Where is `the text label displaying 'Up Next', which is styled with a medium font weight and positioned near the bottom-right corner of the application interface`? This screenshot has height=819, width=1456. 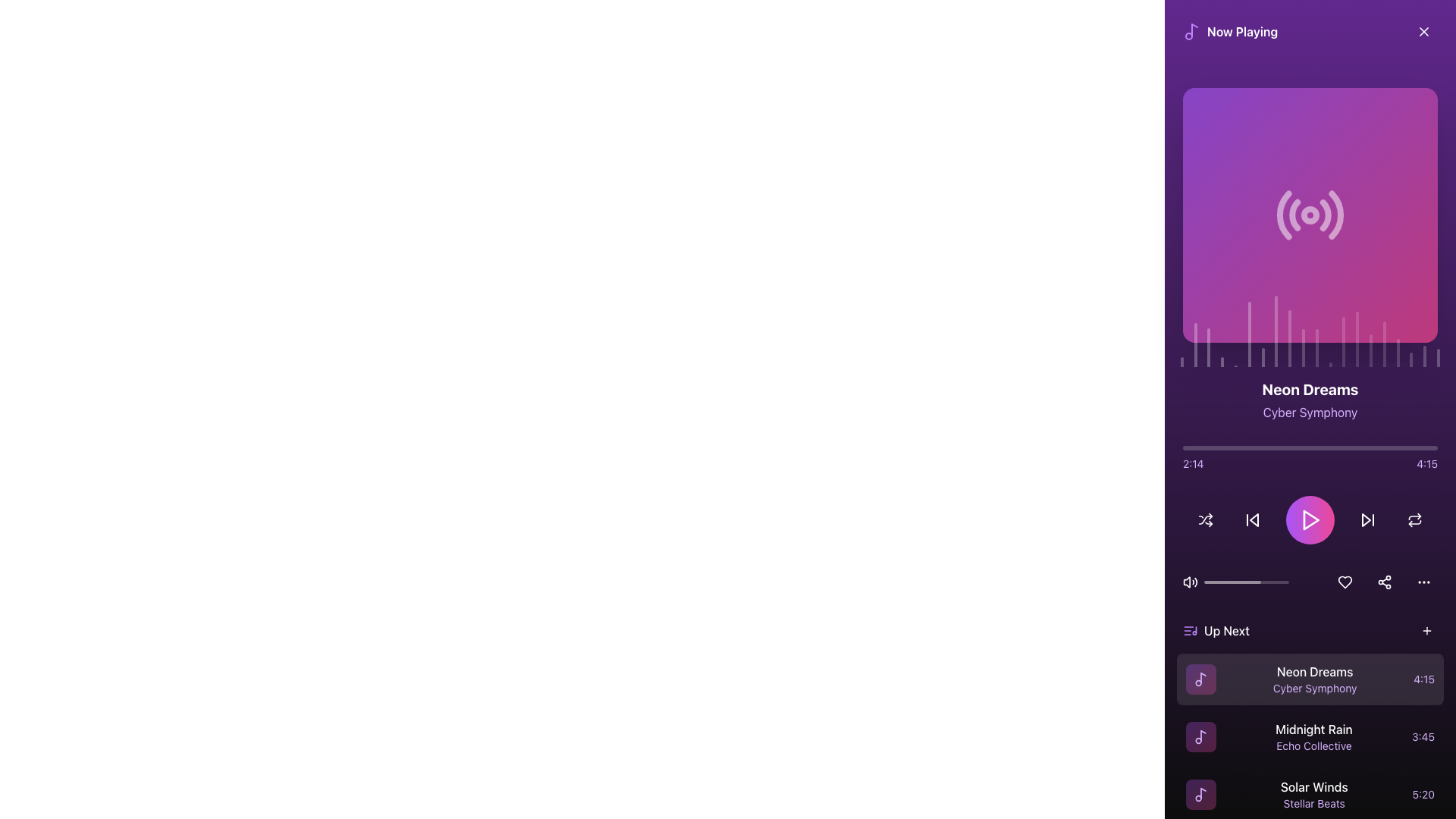
the text label displaying 'Up Next', which is styled with a medium font weight and positioned near the bottom-right corner of the application interface is located at coordinates (1226, 631).